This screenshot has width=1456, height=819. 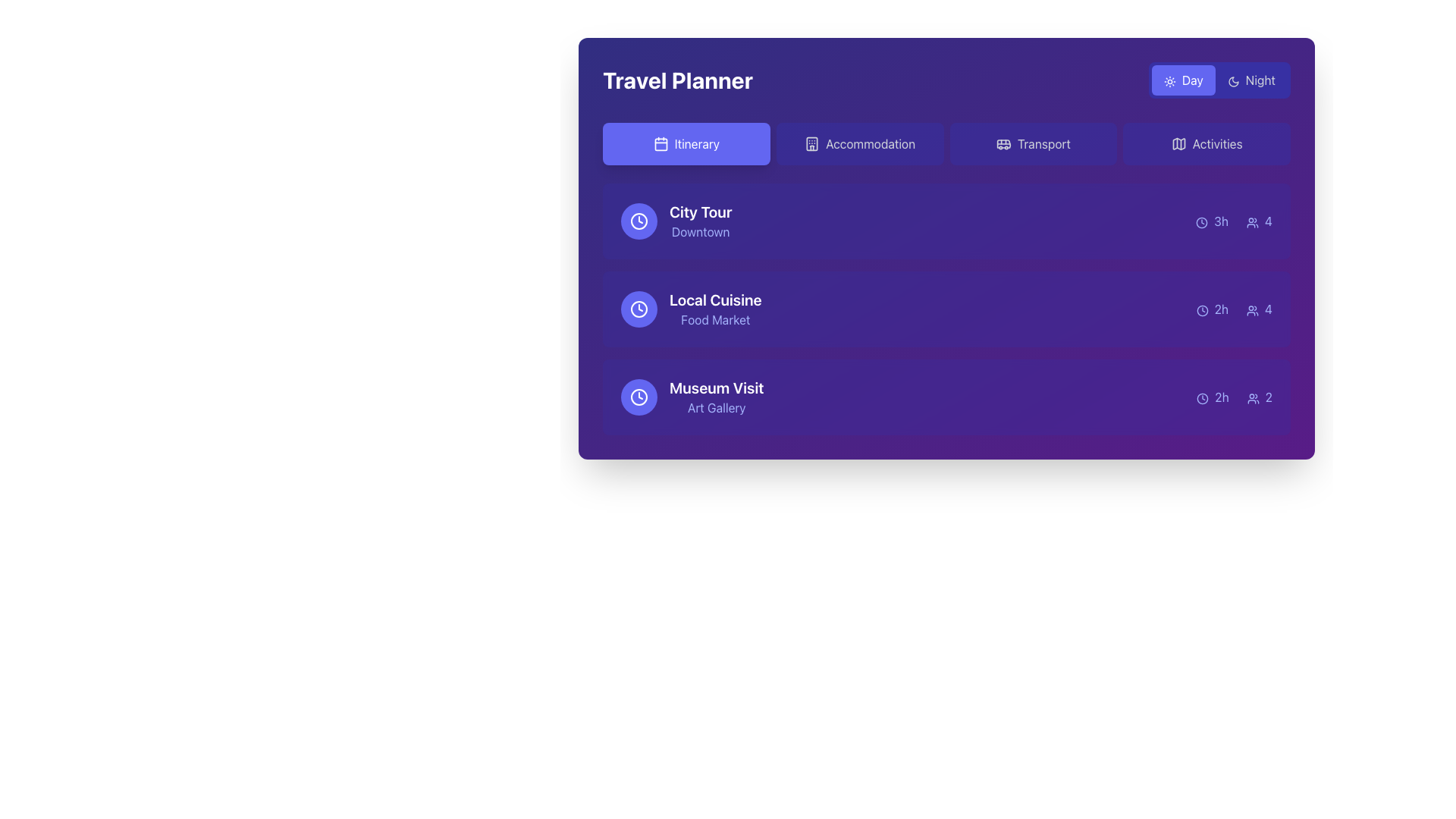 I want to click on the 'Activities' icon located on the far right of the horizontal navigation bar, so click(x=1178, y=143).